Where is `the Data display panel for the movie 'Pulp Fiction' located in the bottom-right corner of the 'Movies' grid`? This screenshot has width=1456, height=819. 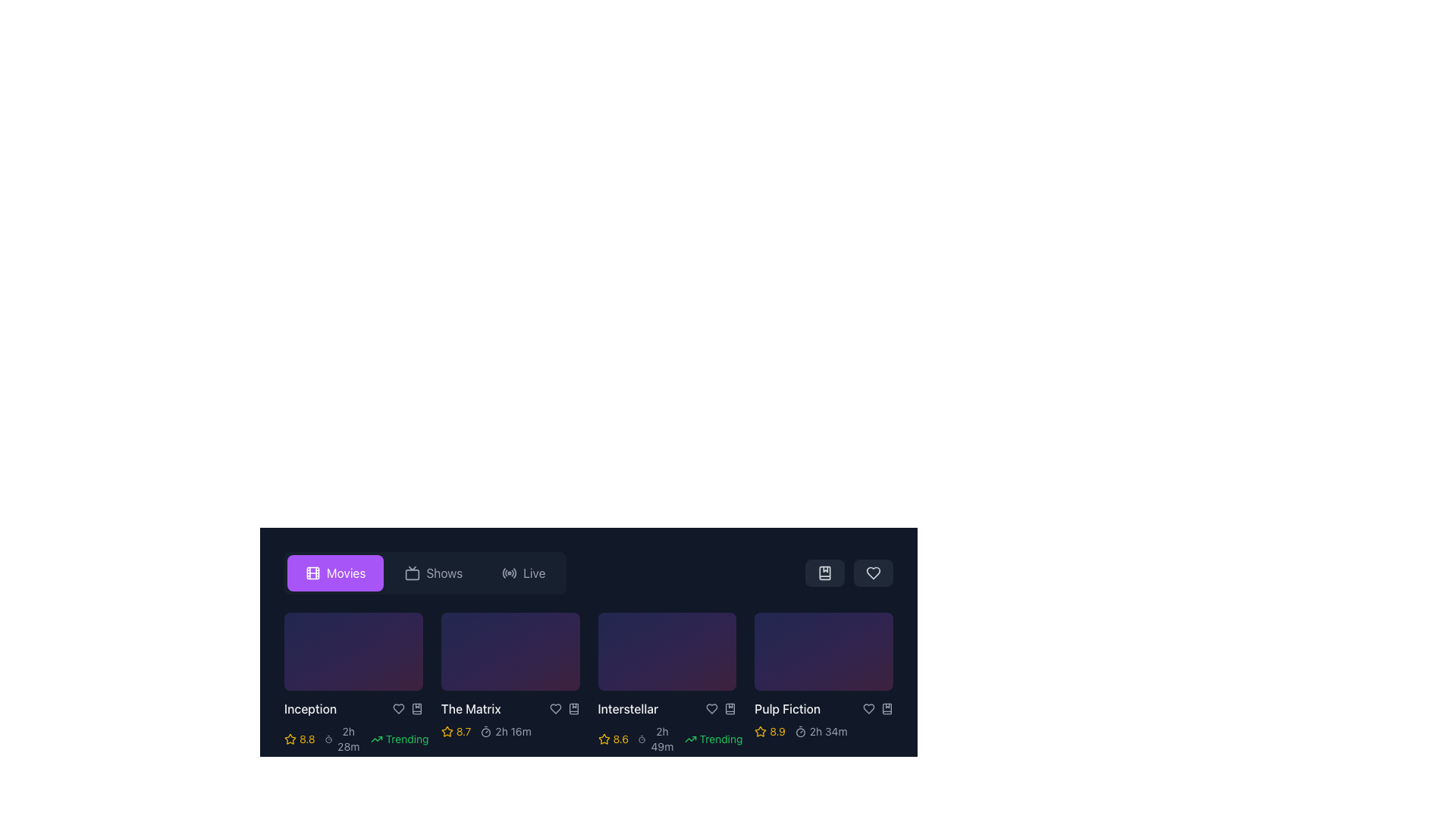
the Data display panel for the movie 'Pulp Fiction' located in the bottom-right corner of the 'Movies' grid is located at coordinates (823, 718).